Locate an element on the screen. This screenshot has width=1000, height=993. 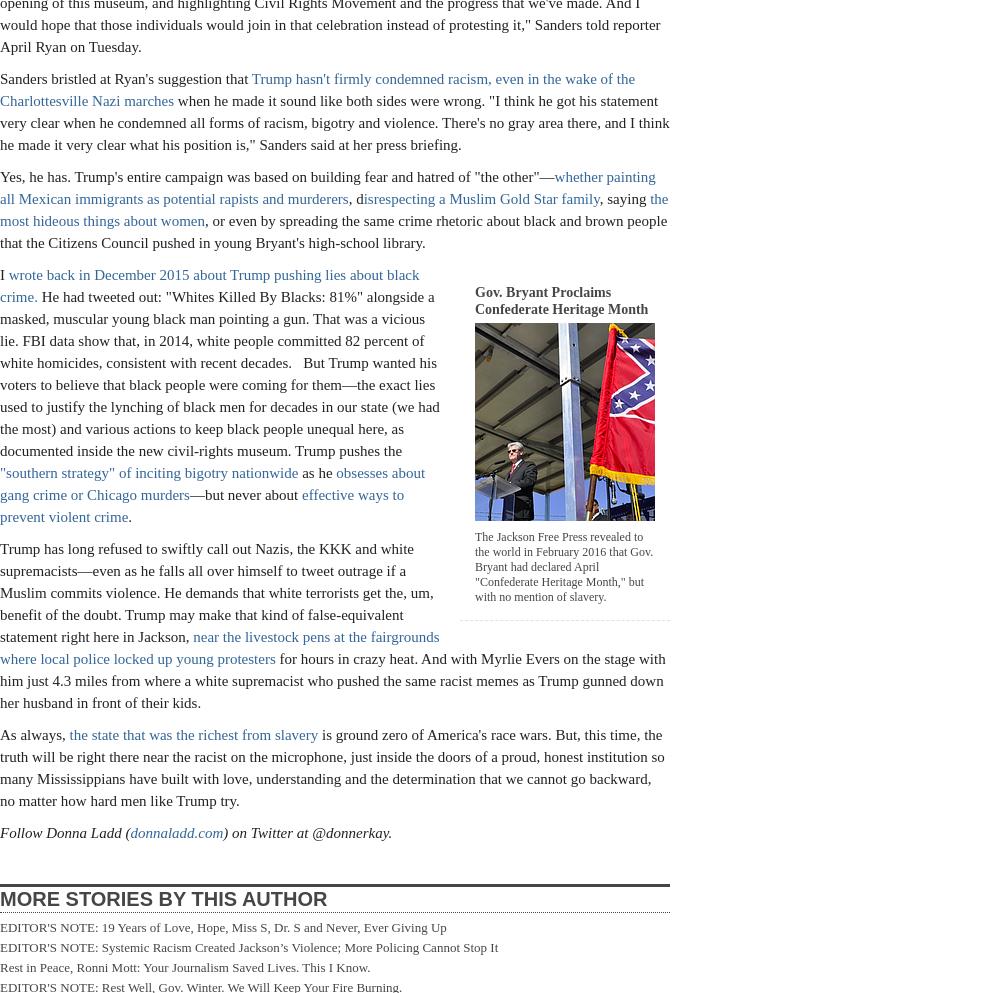
') on Twitter at @donnerkay.' is located at coordinates (307, 832).